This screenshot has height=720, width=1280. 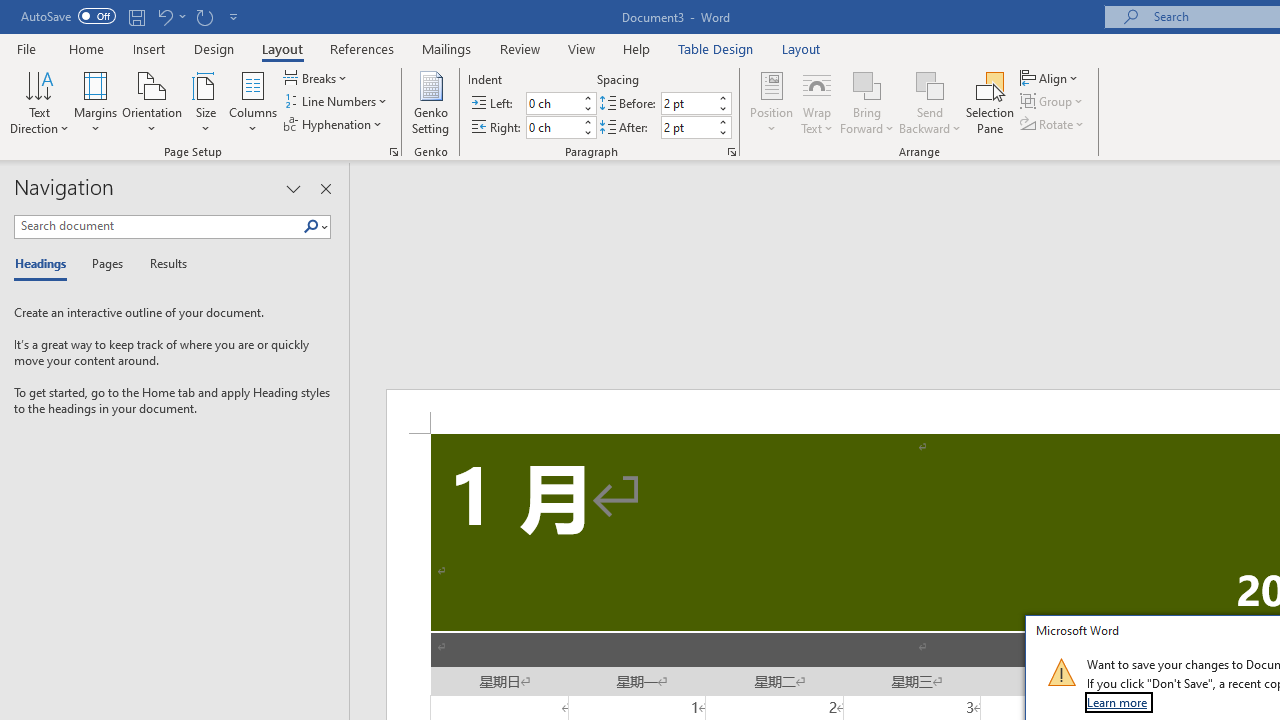 I want to click on 'Table Design', so click(x=716, y=48).